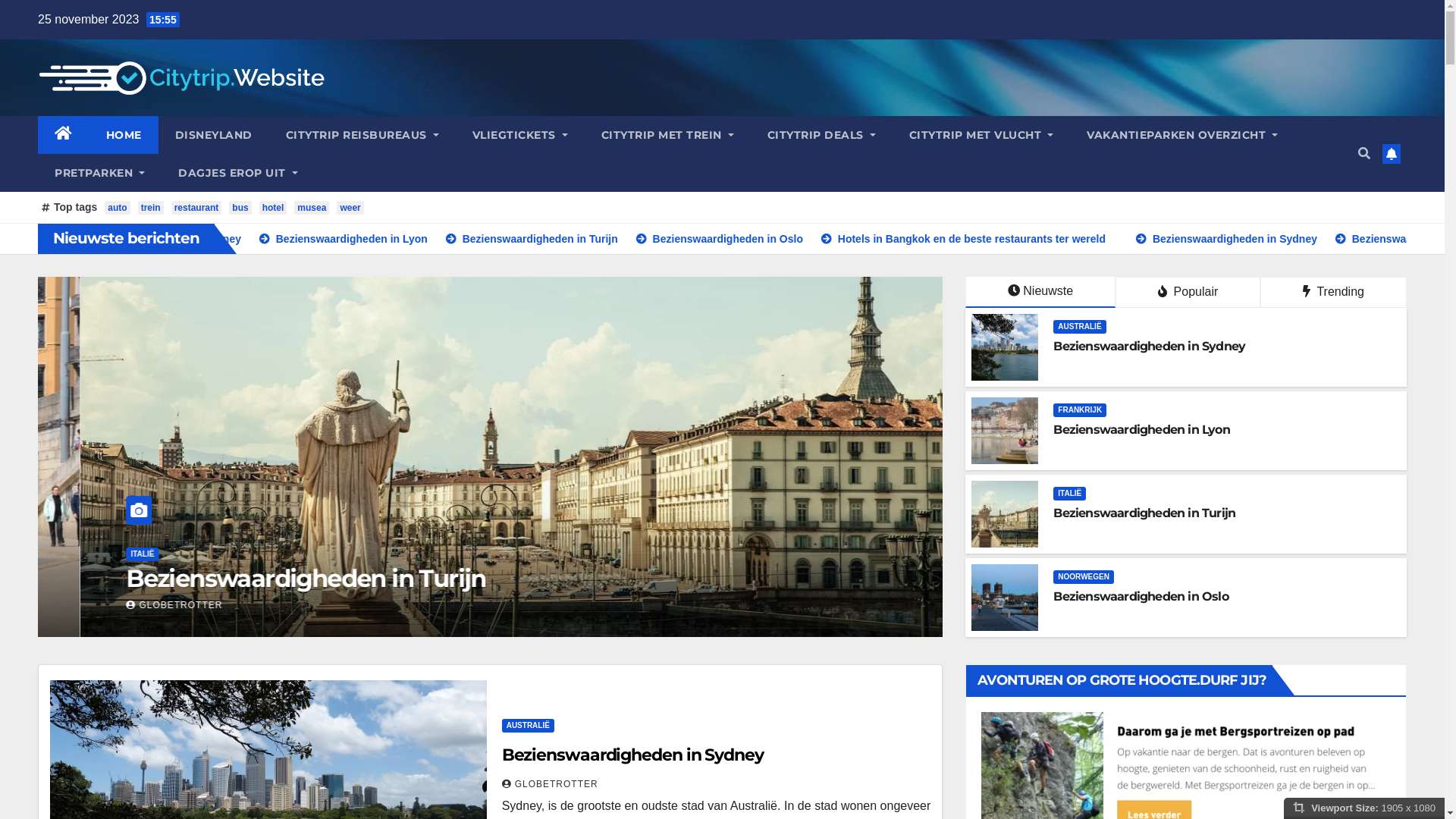 The width and height of the screenshot is (1456, 819). I want to click on 'Nieuwste', so click(964, 292).